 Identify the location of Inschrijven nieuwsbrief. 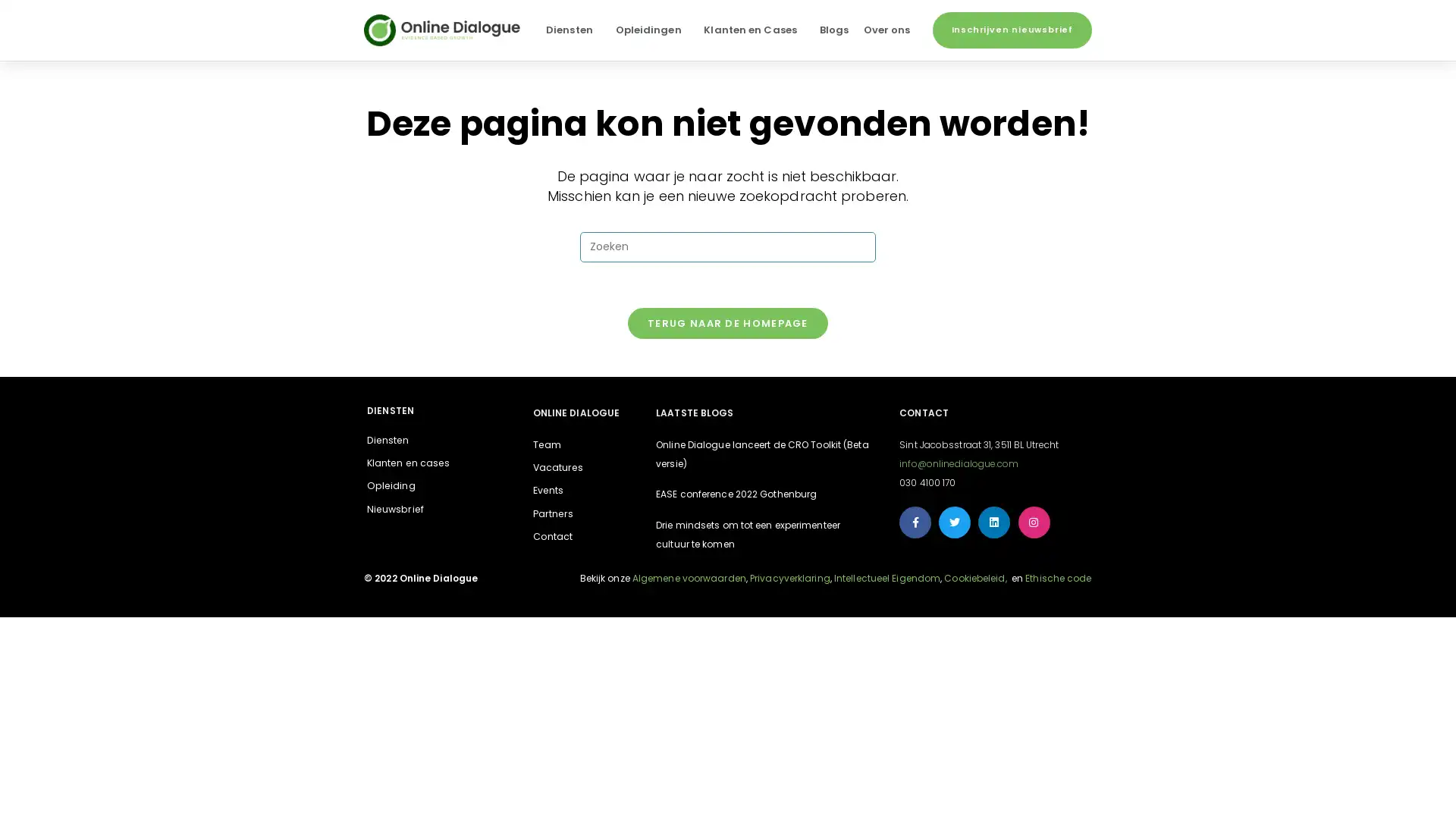
(1012, 30).